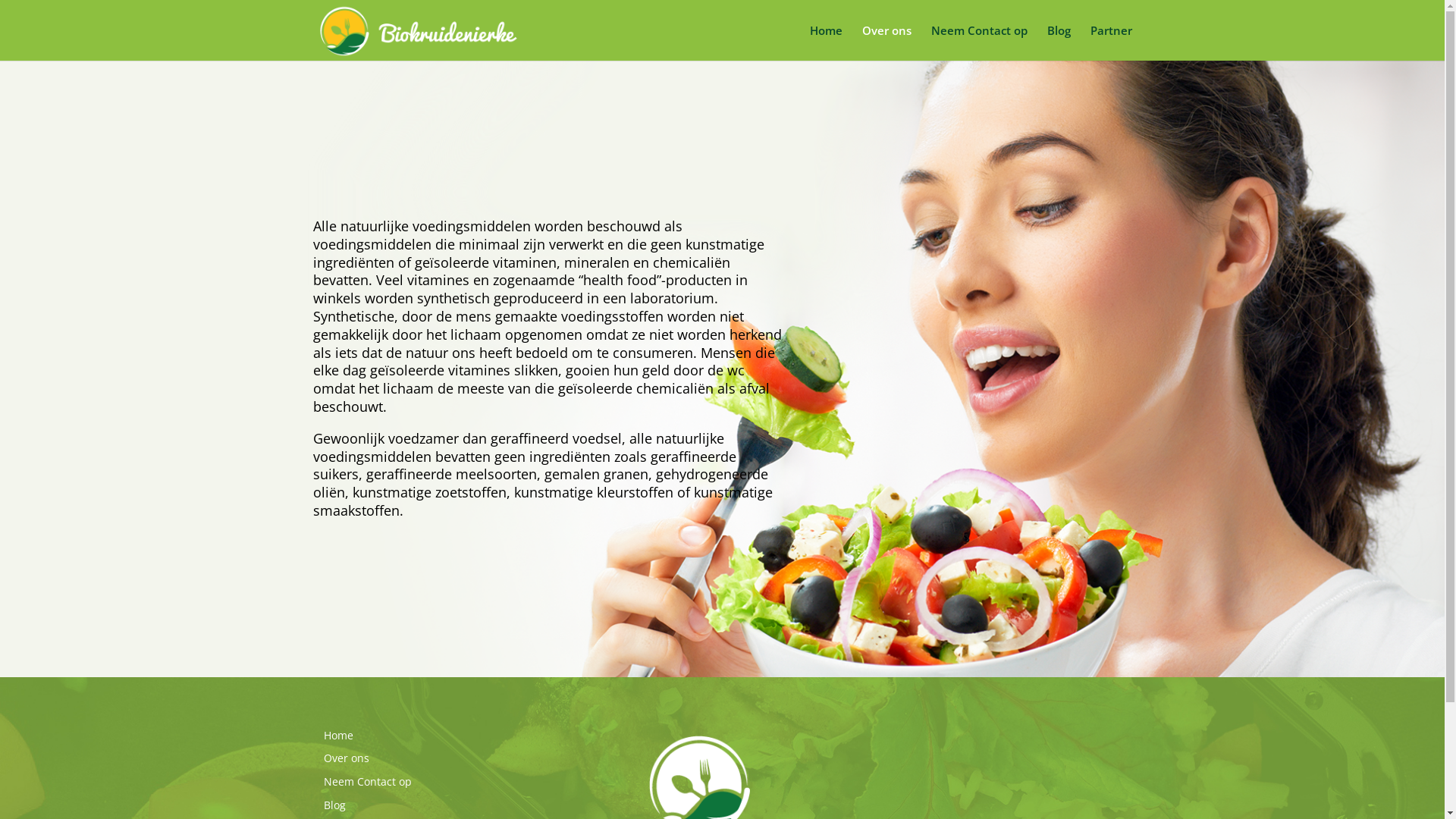 This screenshot has height=819, width=1456. What do you see at coordinates (1057, 42) in the screenshot?
I see `'Blog'` at bounding box center [1057, 42].